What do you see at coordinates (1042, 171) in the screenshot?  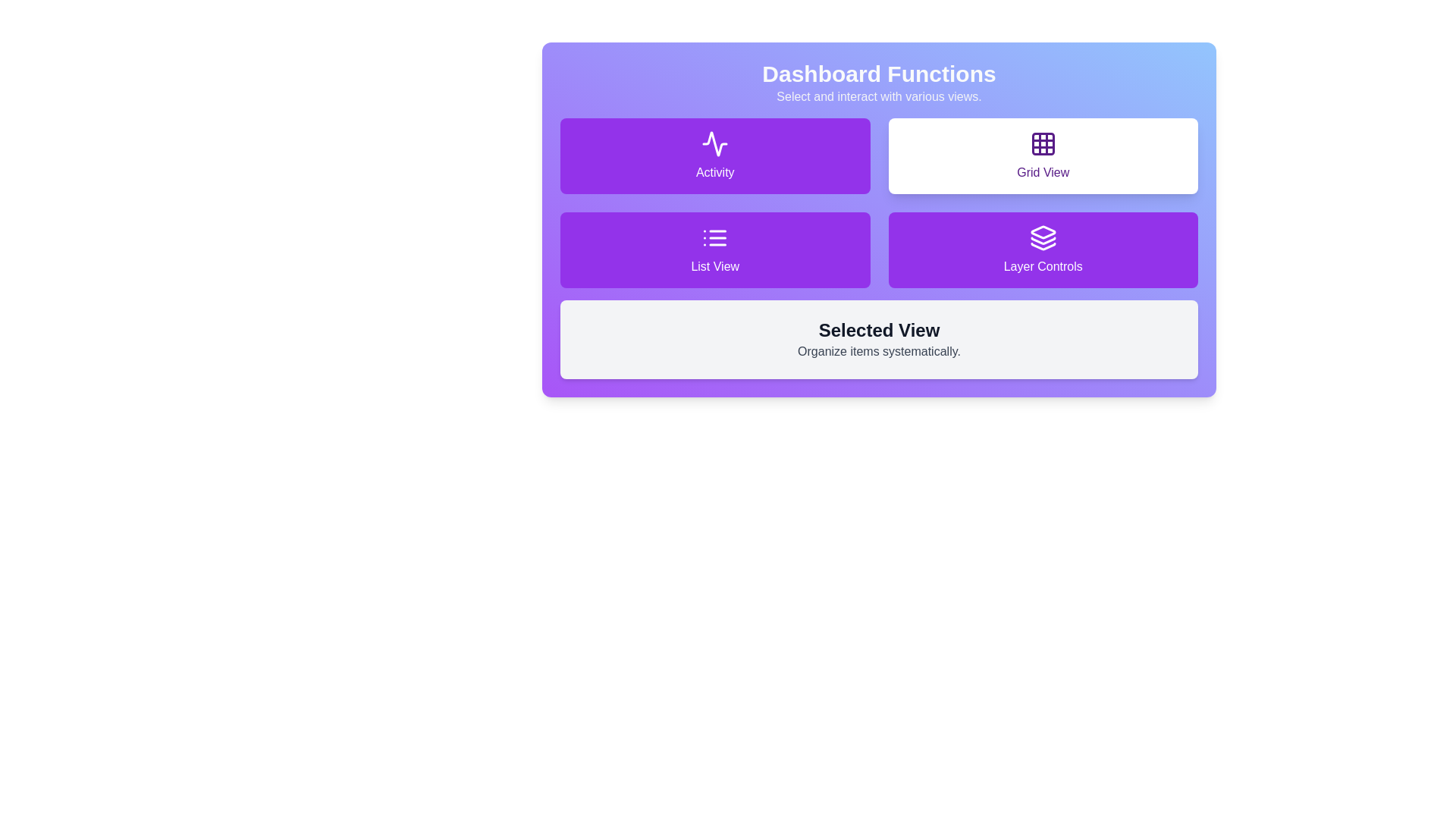 I see `the 'Grid View' label text element that indicates the function of the corresponding button` at bounding box center [1042, 171].